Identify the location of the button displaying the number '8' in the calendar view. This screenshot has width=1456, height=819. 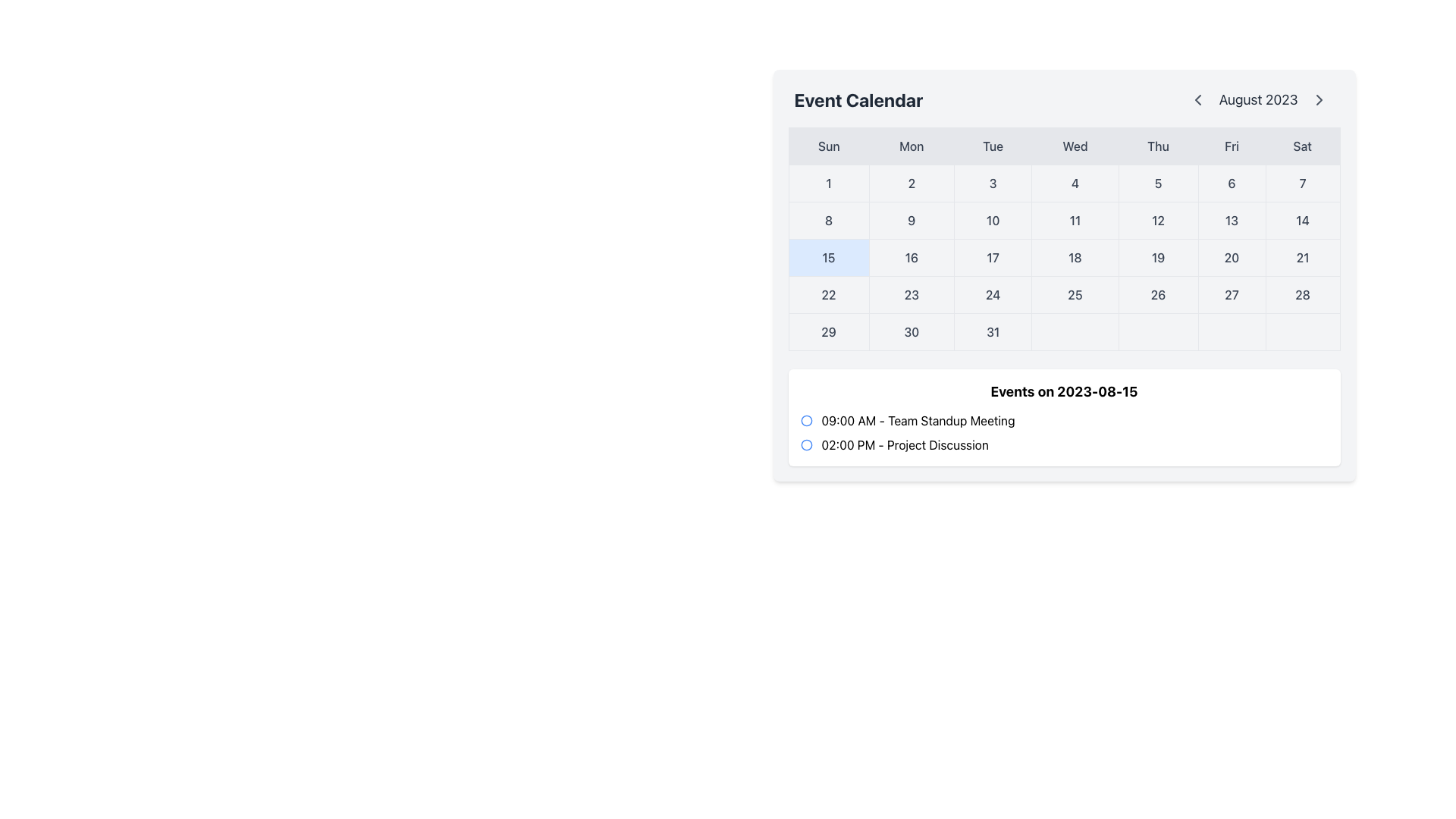
(828, 220).